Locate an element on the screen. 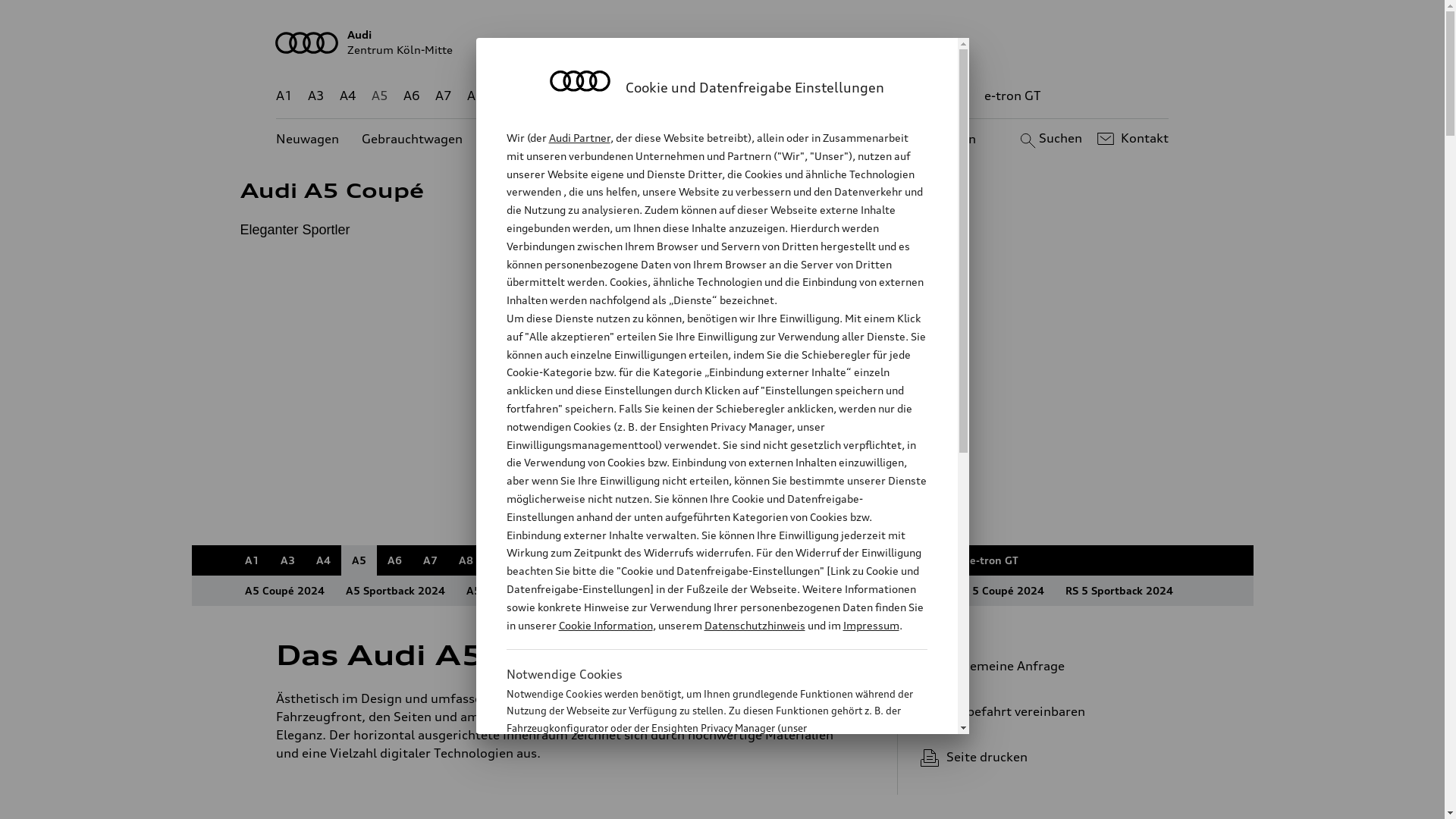 The width and height of the screenshot is (1456, 819). 'A1' is located at coordinates (284, 96).